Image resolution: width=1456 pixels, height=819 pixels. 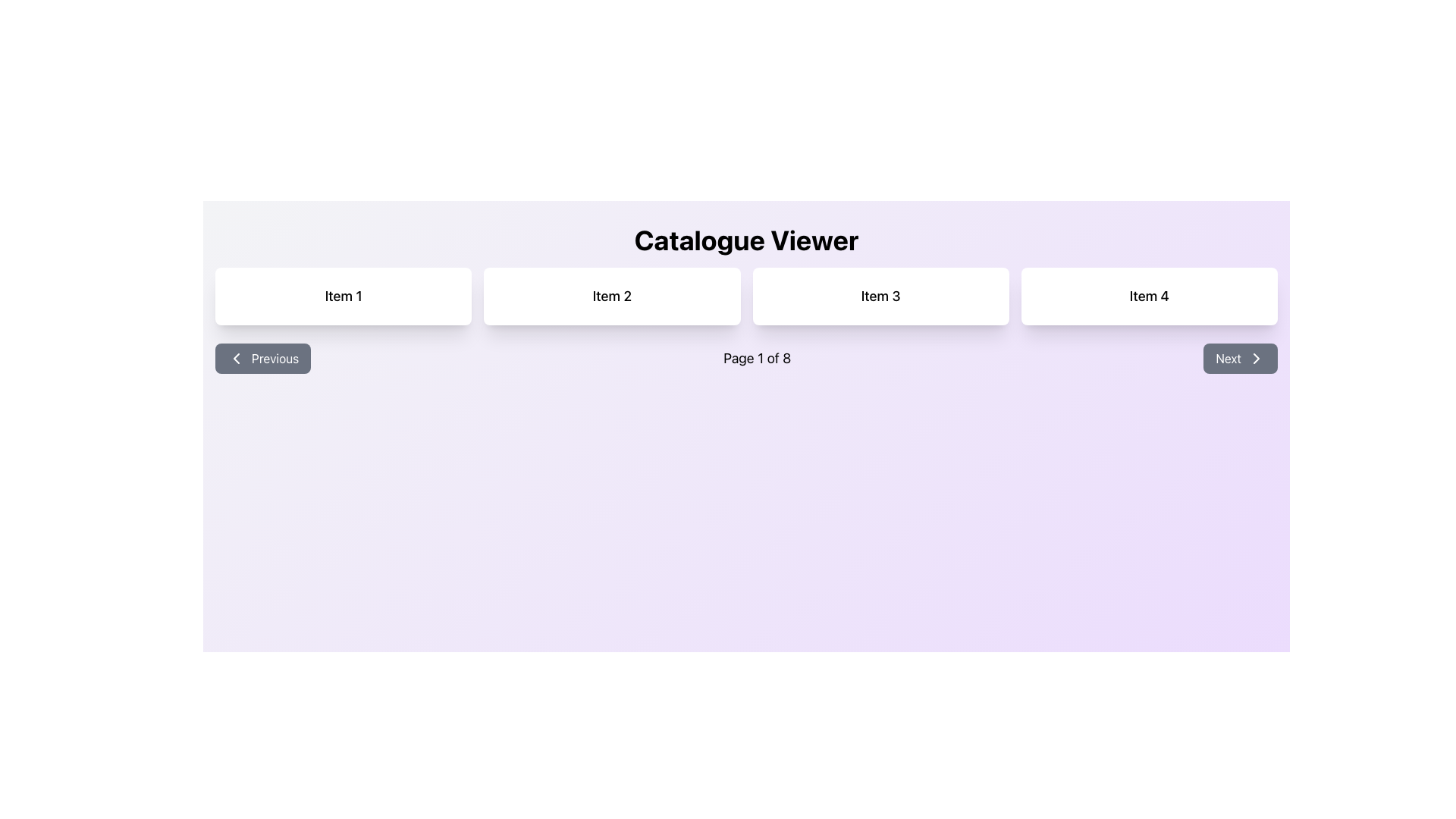 What do you see at coordinates (236, 359) in the screenshot?
I see `the chevron icon located within the 'Previous' button, which indicates navigation to the previous page or section` at bounding box center [236, 359].